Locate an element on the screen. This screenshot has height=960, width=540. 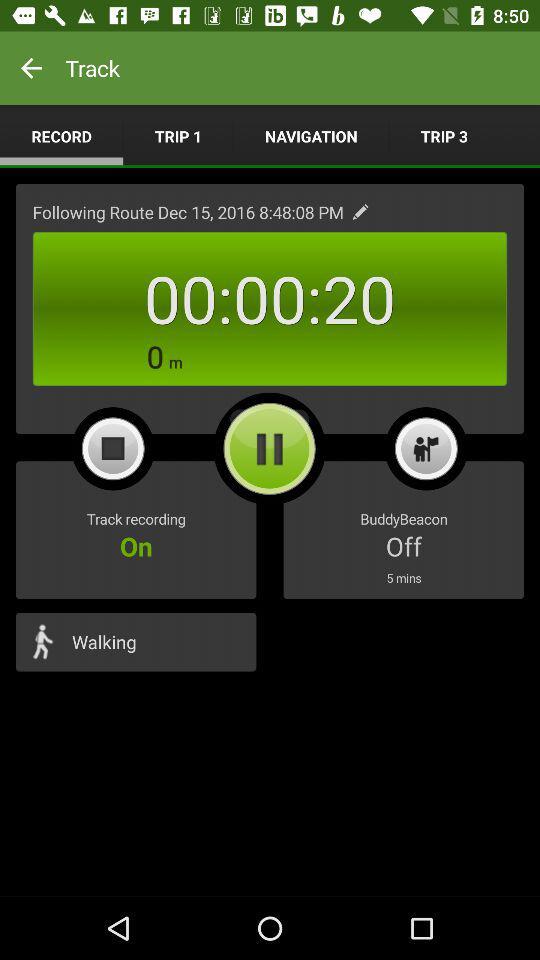
the item to the right of navigation item is located at coordinates (444, 135).